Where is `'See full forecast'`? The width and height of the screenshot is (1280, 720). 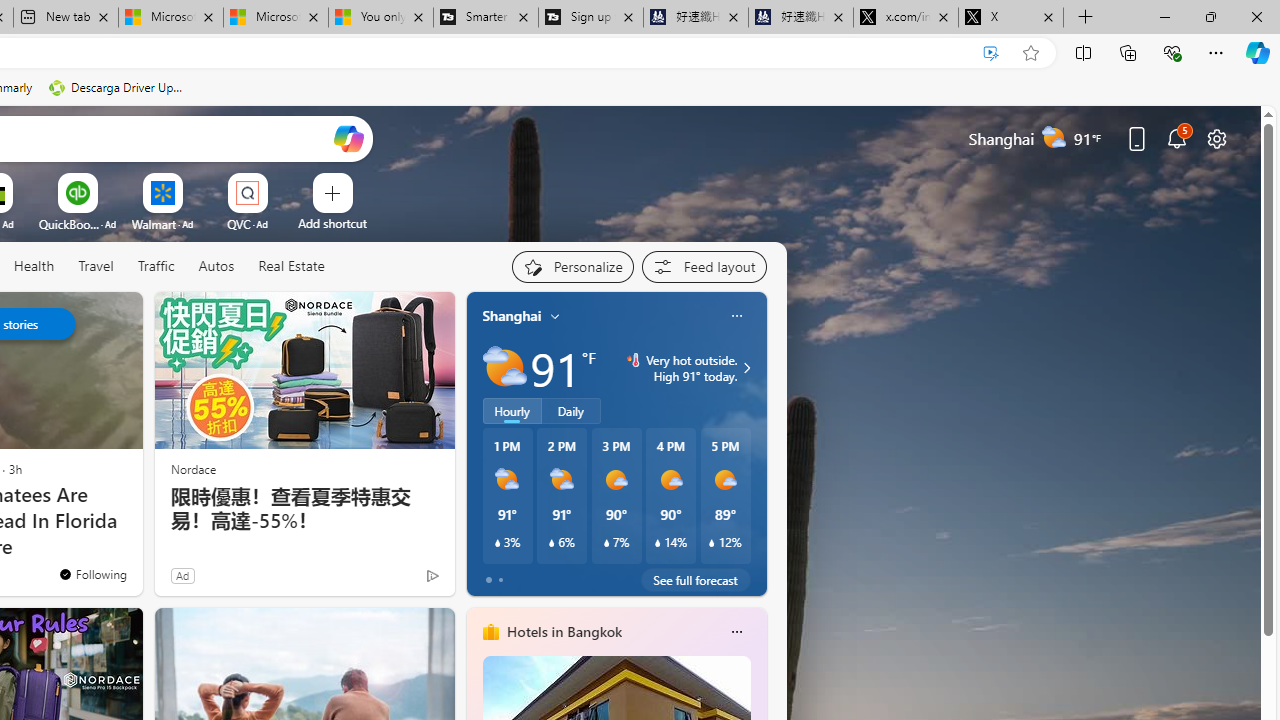
'See full forecast' is located at coordinates (695, 579).